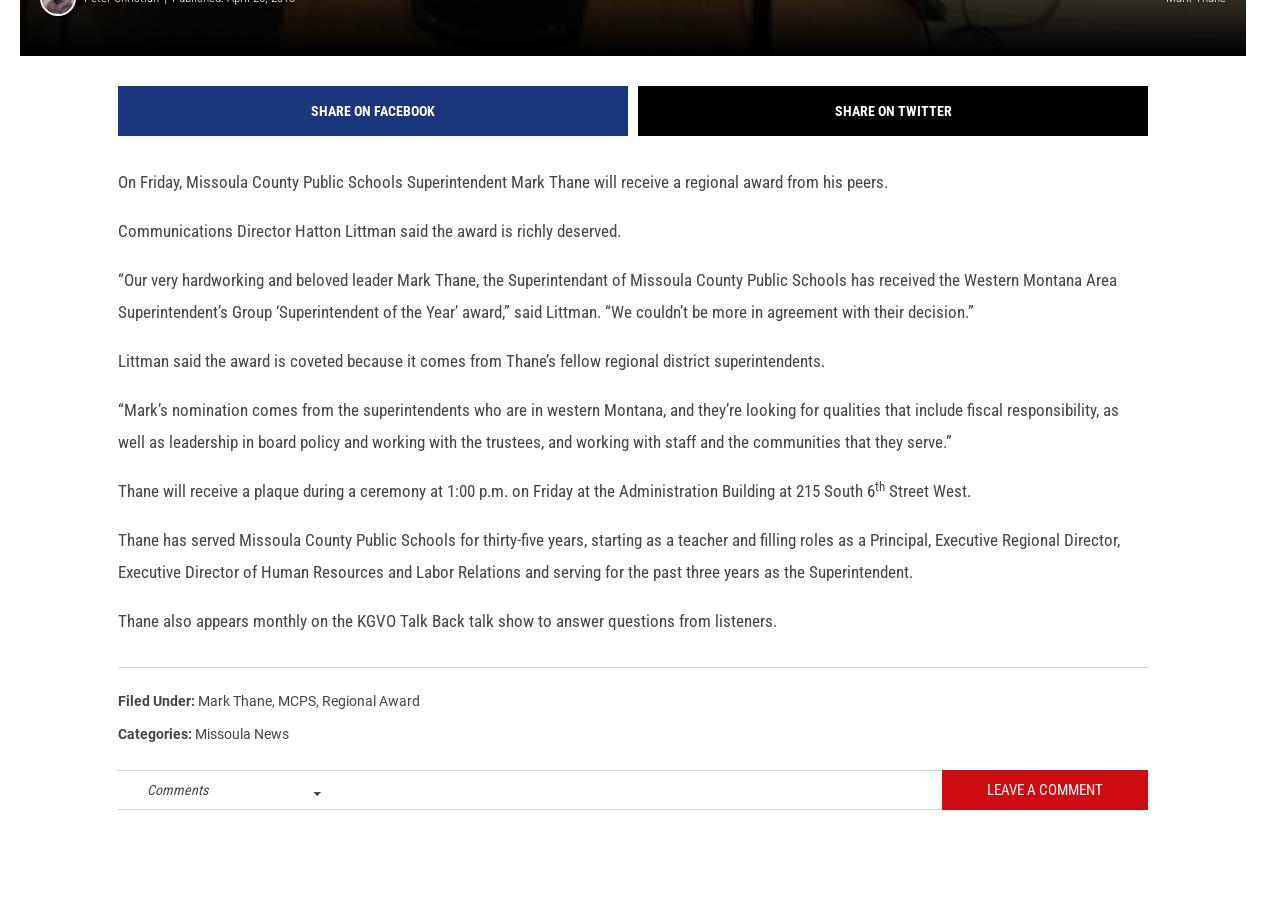 The width and height of the screenshot is (1286, 906). I want to click on 'Published: April 26, 2018', so click(233, 23).